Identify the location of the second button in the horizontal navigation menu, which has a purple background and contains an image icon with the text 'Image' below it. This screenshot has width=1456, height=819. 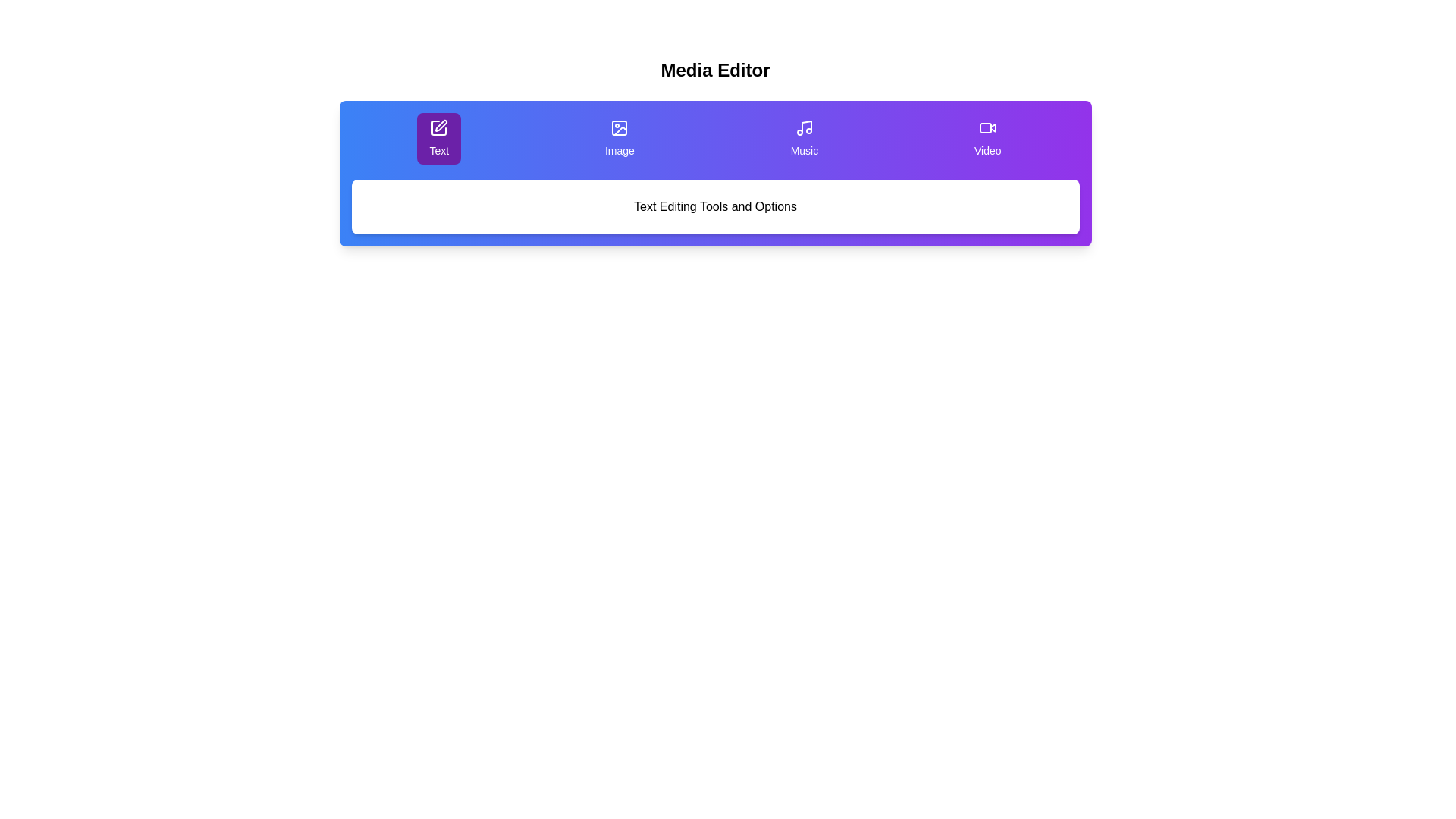
(619, 138).